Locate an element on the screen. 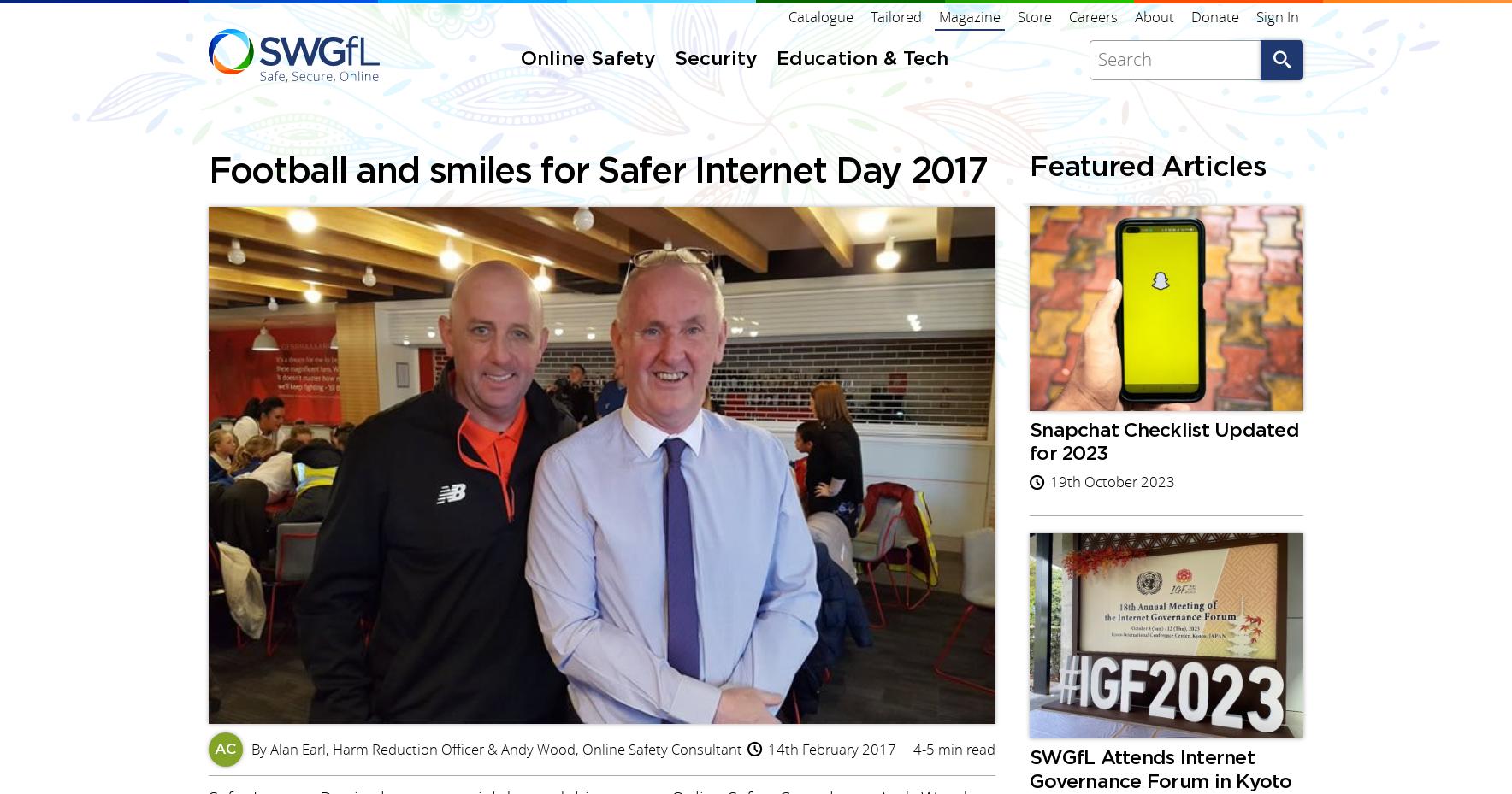 Image resolution: width=1512 pixels, height=794 pixels. 'Snapchat Checklist Updated for 2023' is located at coordinates (603, 256).